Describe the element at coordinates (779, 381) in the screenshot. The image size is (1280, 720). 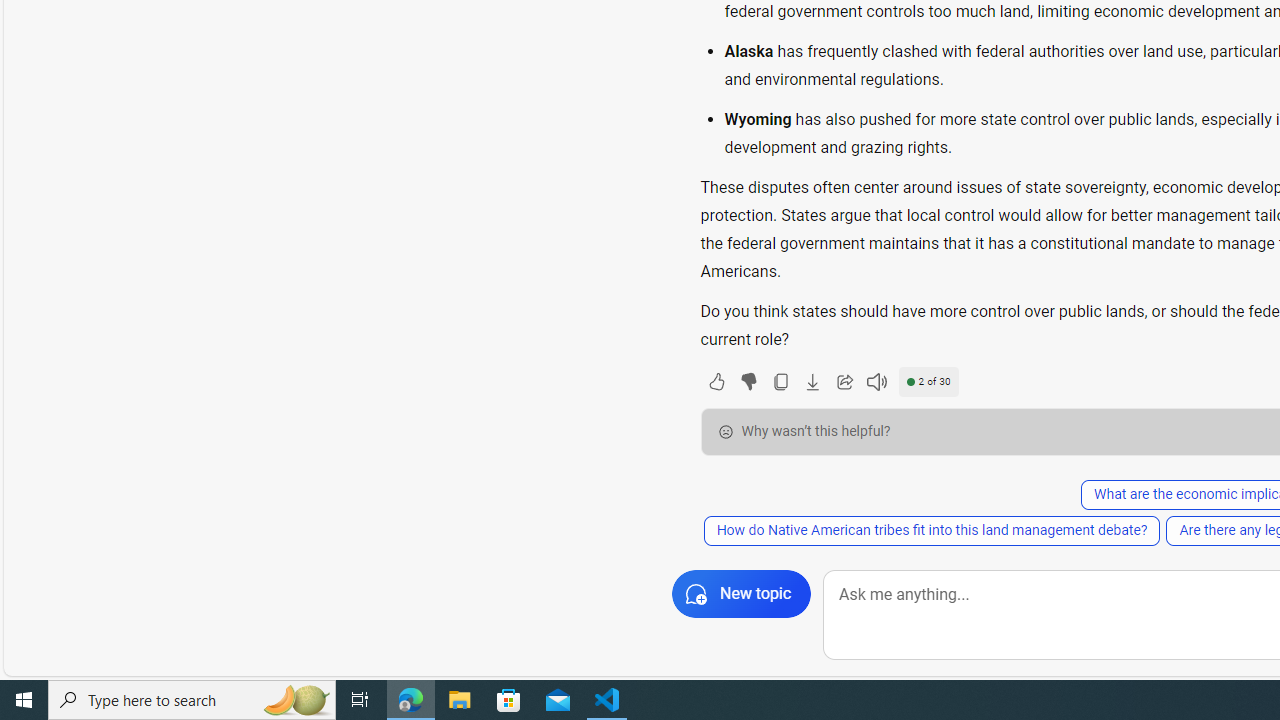
I see `'Copy'` at that location.